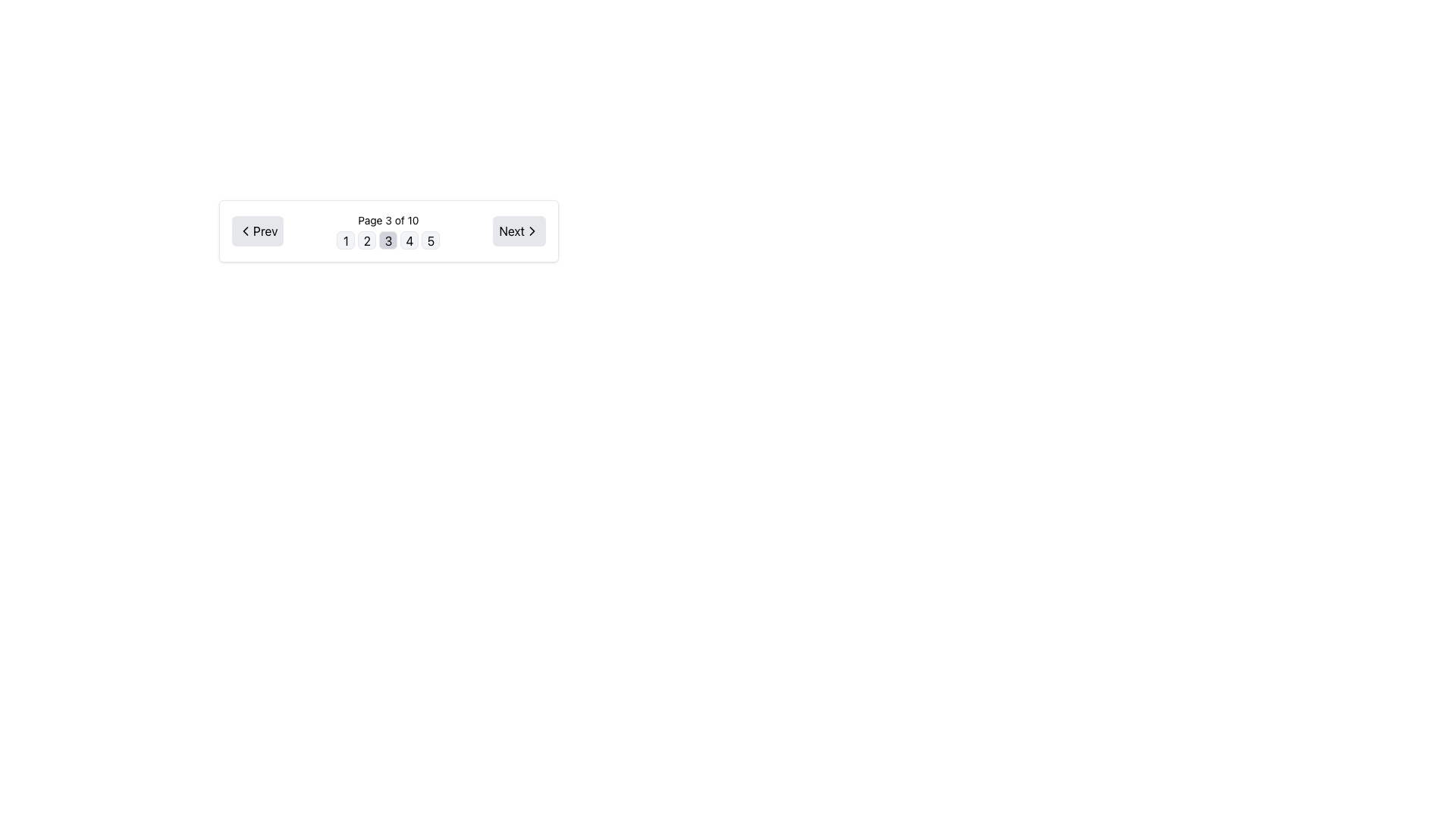 This screenshot has width=1456, height=819. Describe the element at coordinates (246, 231) in the screenshot. I see `the left-pointing chevron SVG icon within the 'Prev' button in the pagination section to indicate previous navigation` at that location.